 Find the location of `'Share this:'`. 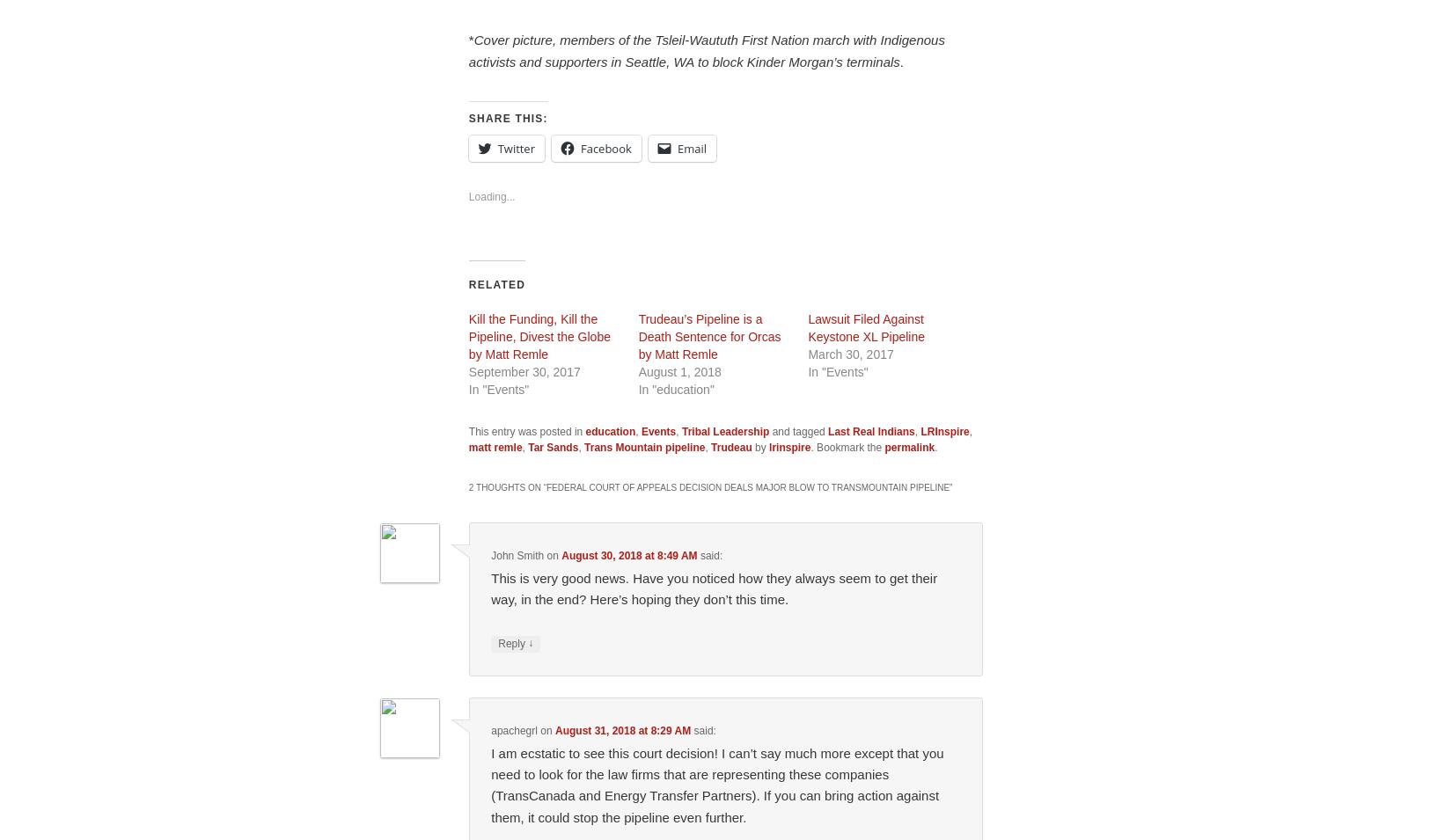

'Share this:' is located at coordinates (507, 116).